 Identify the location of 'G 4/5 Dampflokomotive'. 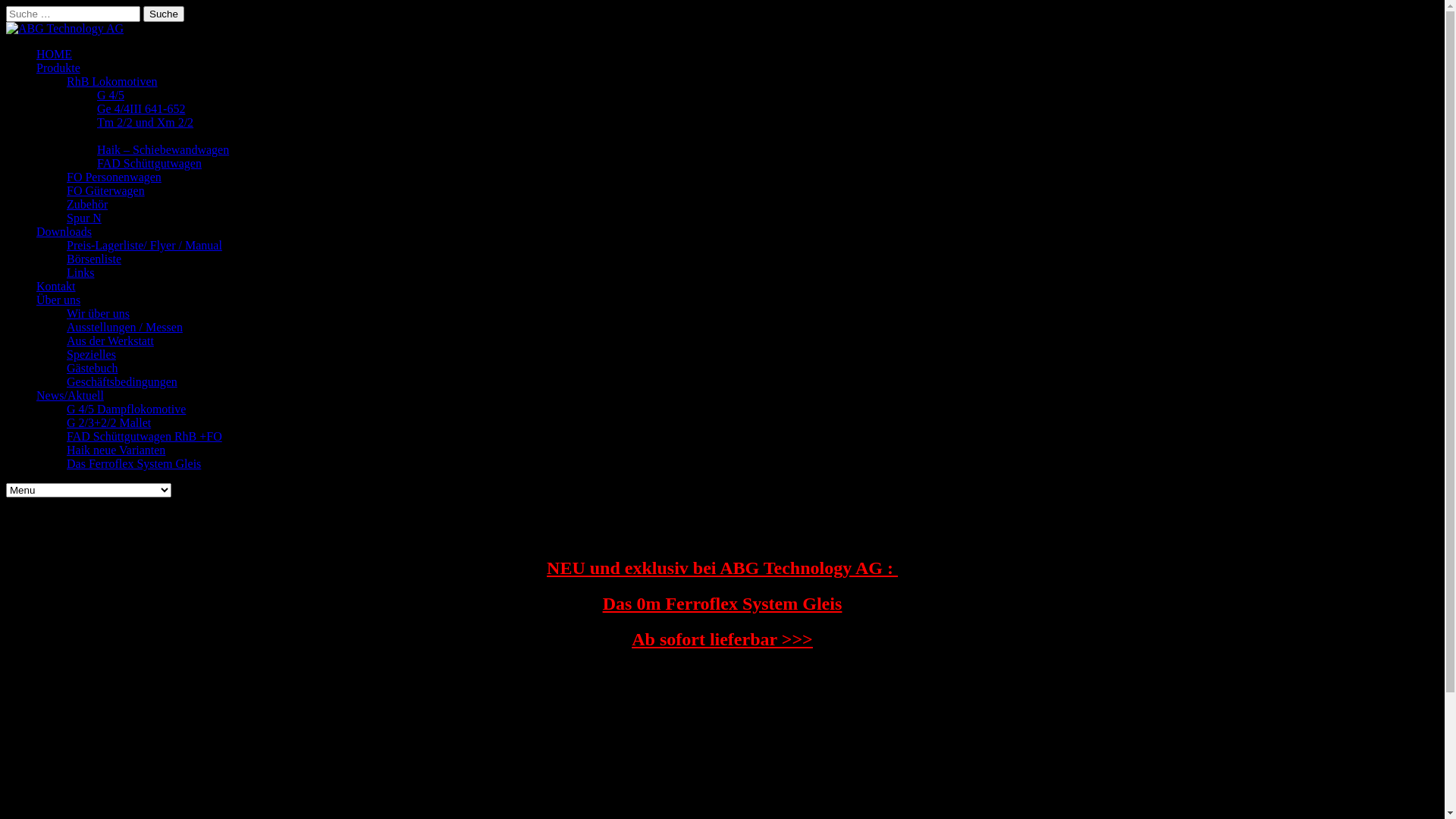
(126, 408).